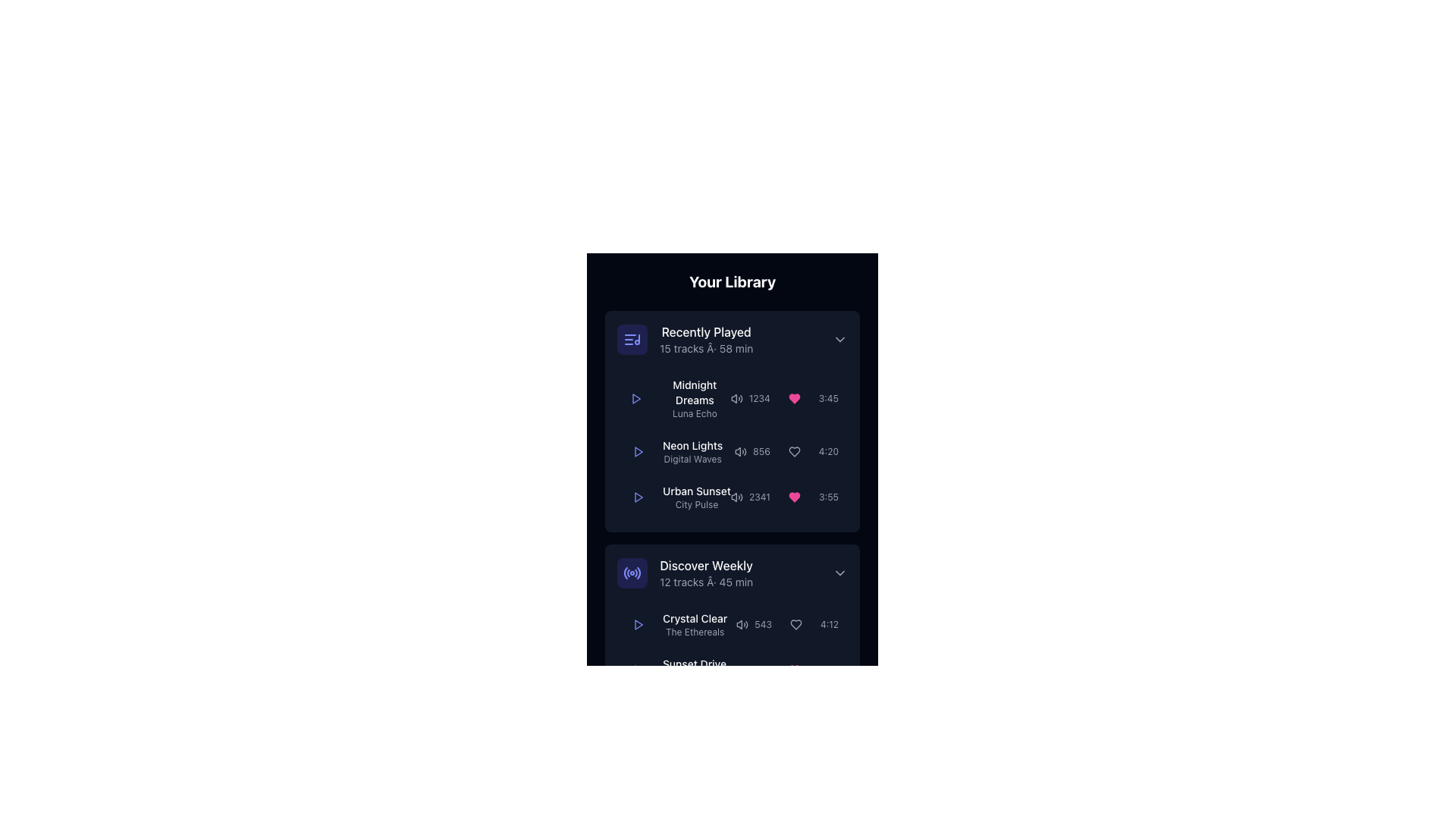 The image size is (1456, 819). I want to click on the heart icon indicating the 'like' status for the 'Urban Sunset' track in the 'Recently Played' section, so click(784, 497).